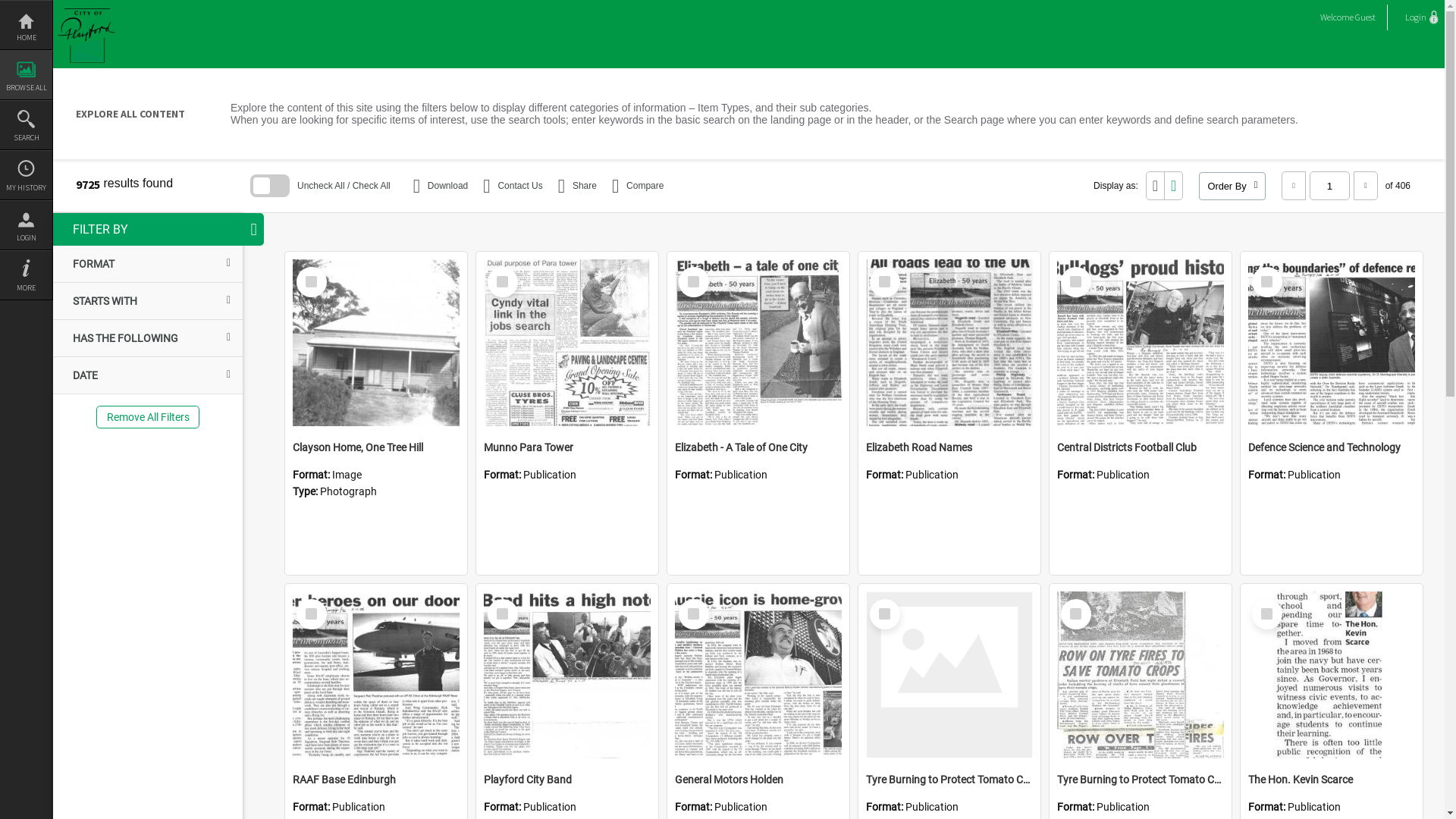 This screenshot has width=1456, height=819. I want to click on 'HOME', so click(0, 25).